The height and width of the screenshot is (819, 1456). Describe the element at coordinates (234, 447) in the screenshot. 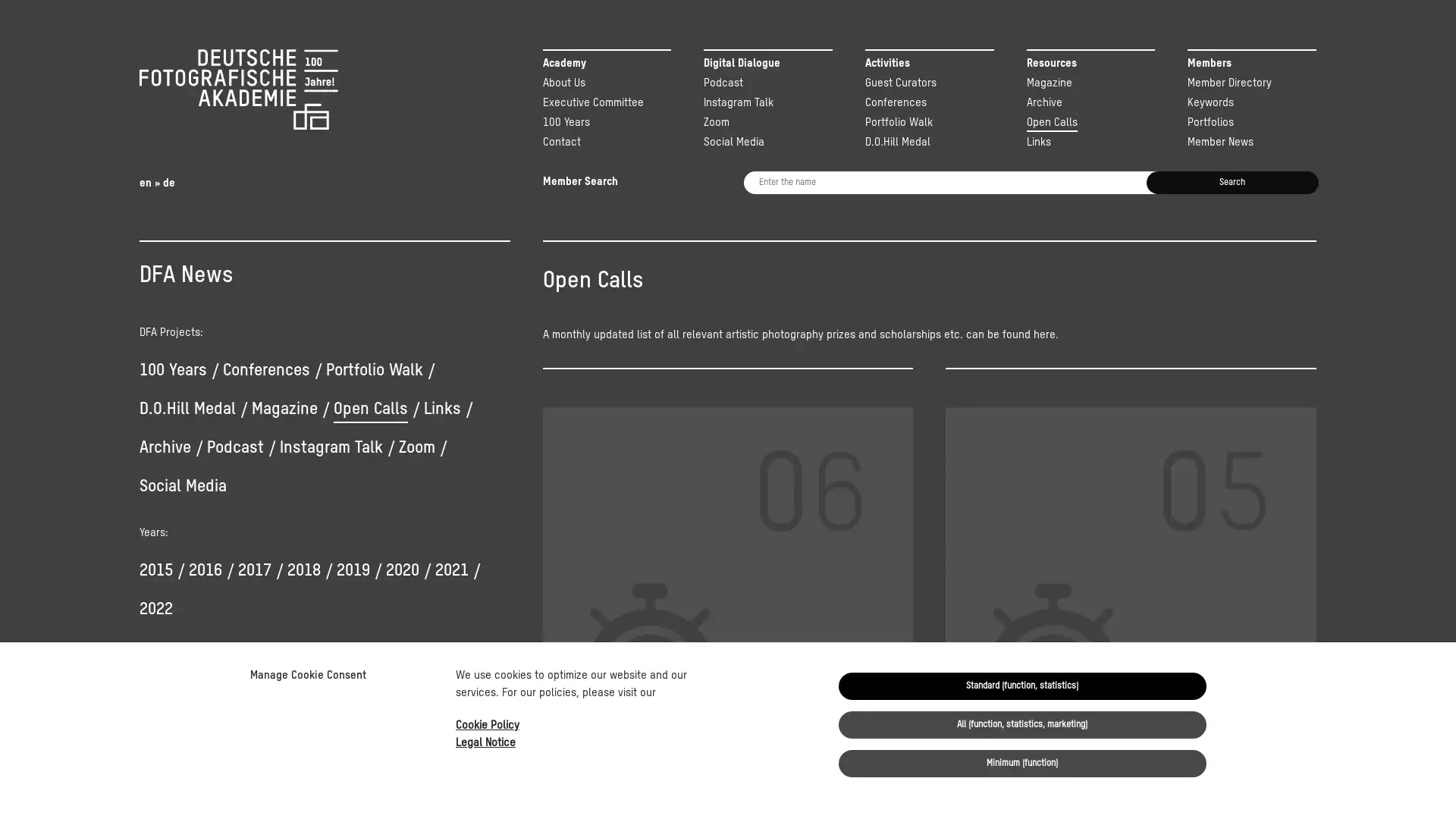

I see `Podcast` at that location.